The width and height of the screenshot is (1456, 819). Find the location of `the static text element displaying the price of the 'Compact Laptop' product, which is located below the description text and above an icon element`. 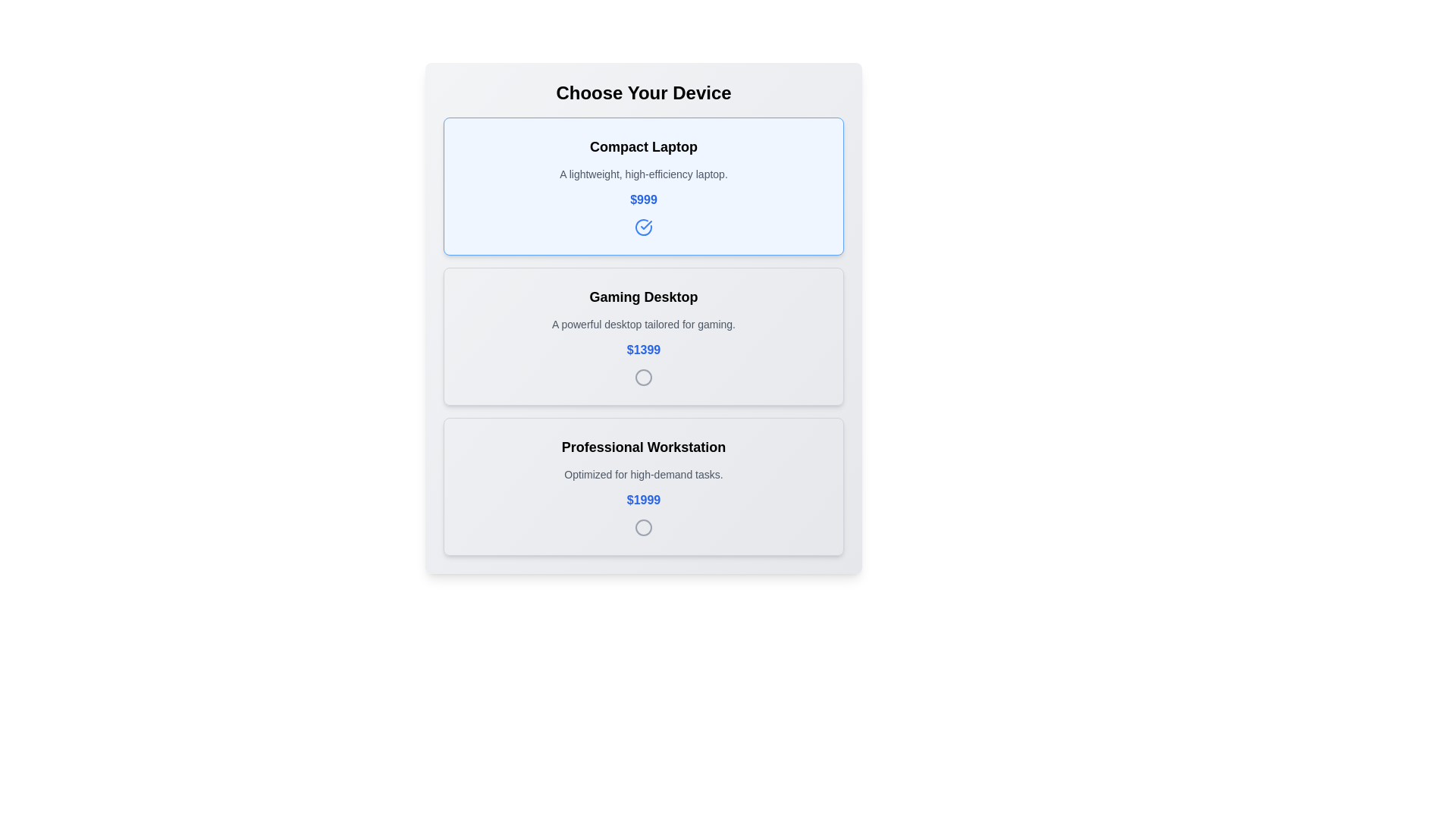

the static text element displaying the price of the 'Compact Laptop' product, which is located below the description text and above an icon element is located at coordinates (644, 199).